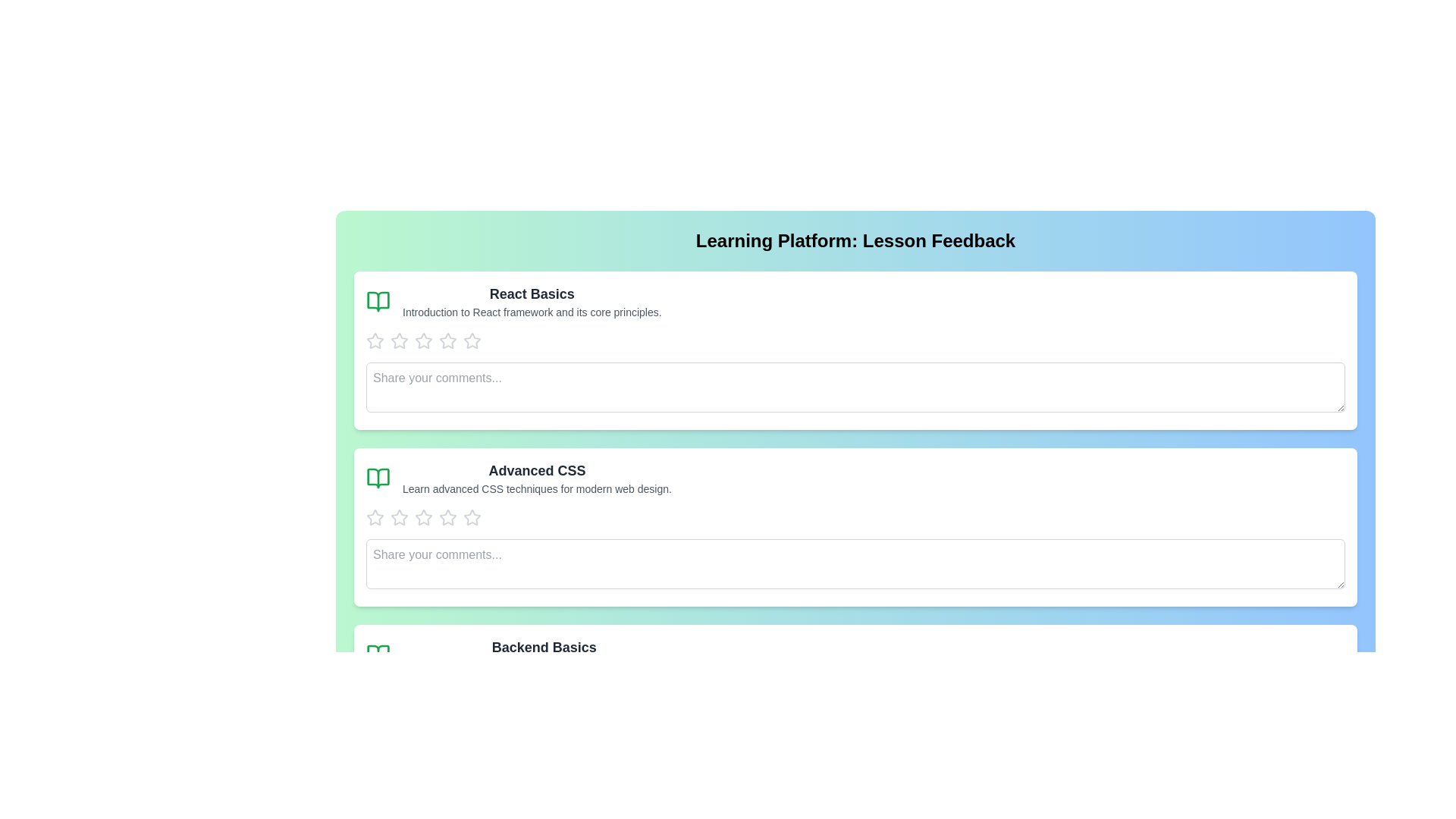 This screenshot has height=819, width=1456. What do you see at coordinates (400, 516) in the screenshot?
I see `the first star in the 5-star rating system under the 'Advanced CSS' section` at bounding box center [400, 516].